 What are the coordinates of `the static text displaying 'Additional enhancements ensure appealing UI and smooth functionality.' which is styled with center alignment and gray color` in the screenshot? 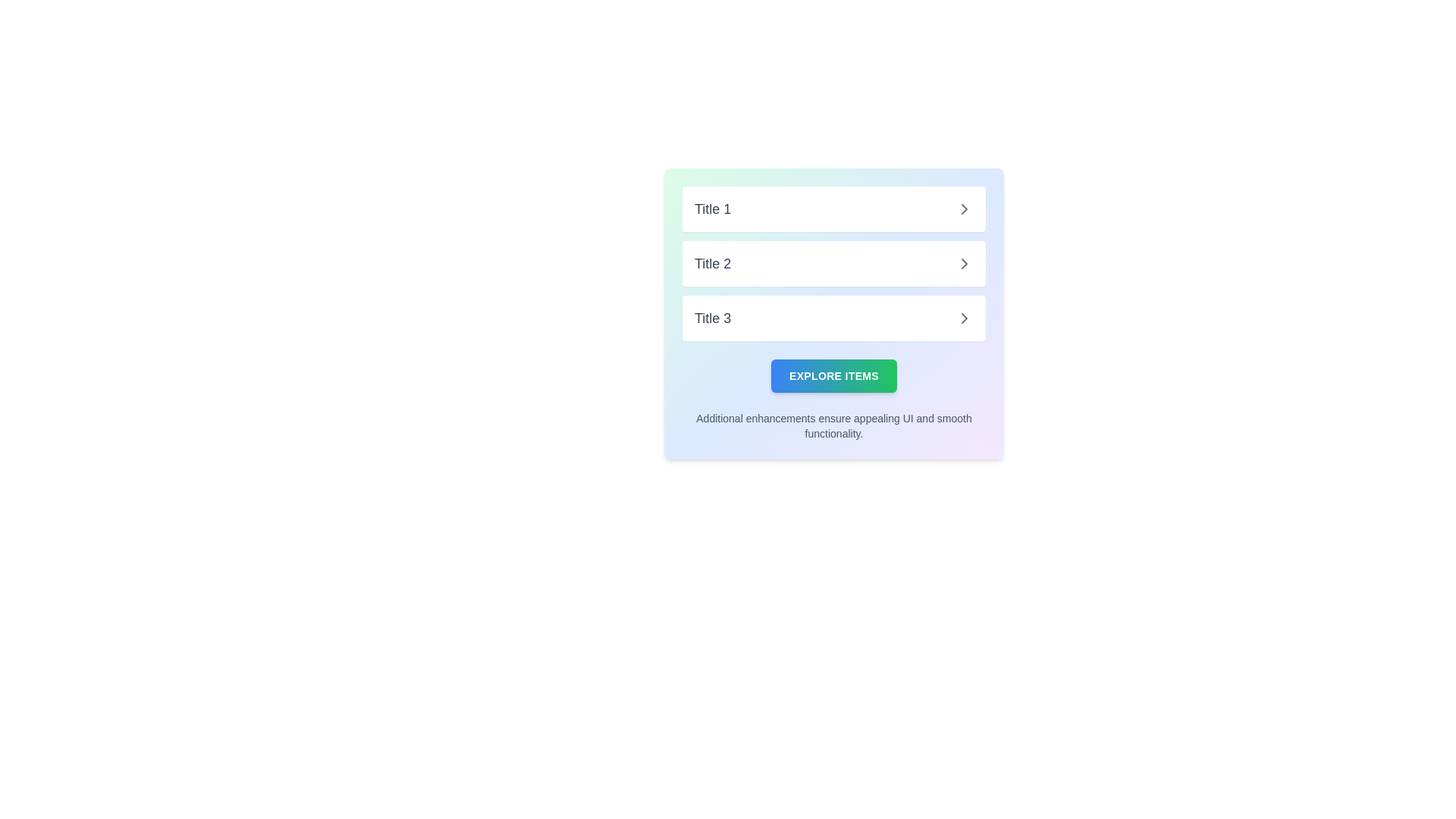 It's located at (833, 426).